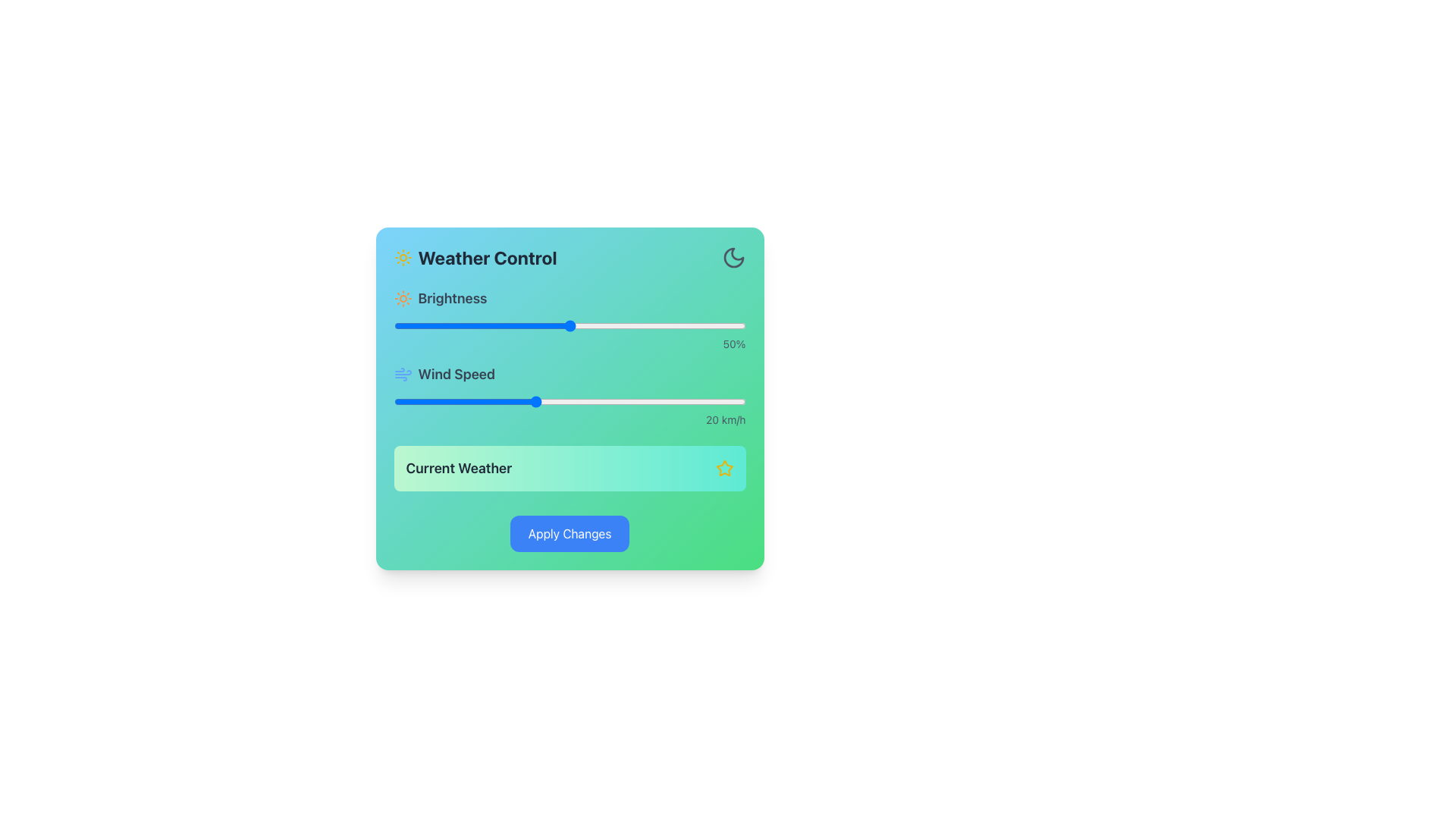 The image size is (1456, 819). What do you see at coordinates (569, 420) in the screenshot?
I see `value displayed on the label that shows '20 km/h', which is located at the bottom-right corner of the slider labeled 'Wind Speed'` at bounding box center [569, 420].